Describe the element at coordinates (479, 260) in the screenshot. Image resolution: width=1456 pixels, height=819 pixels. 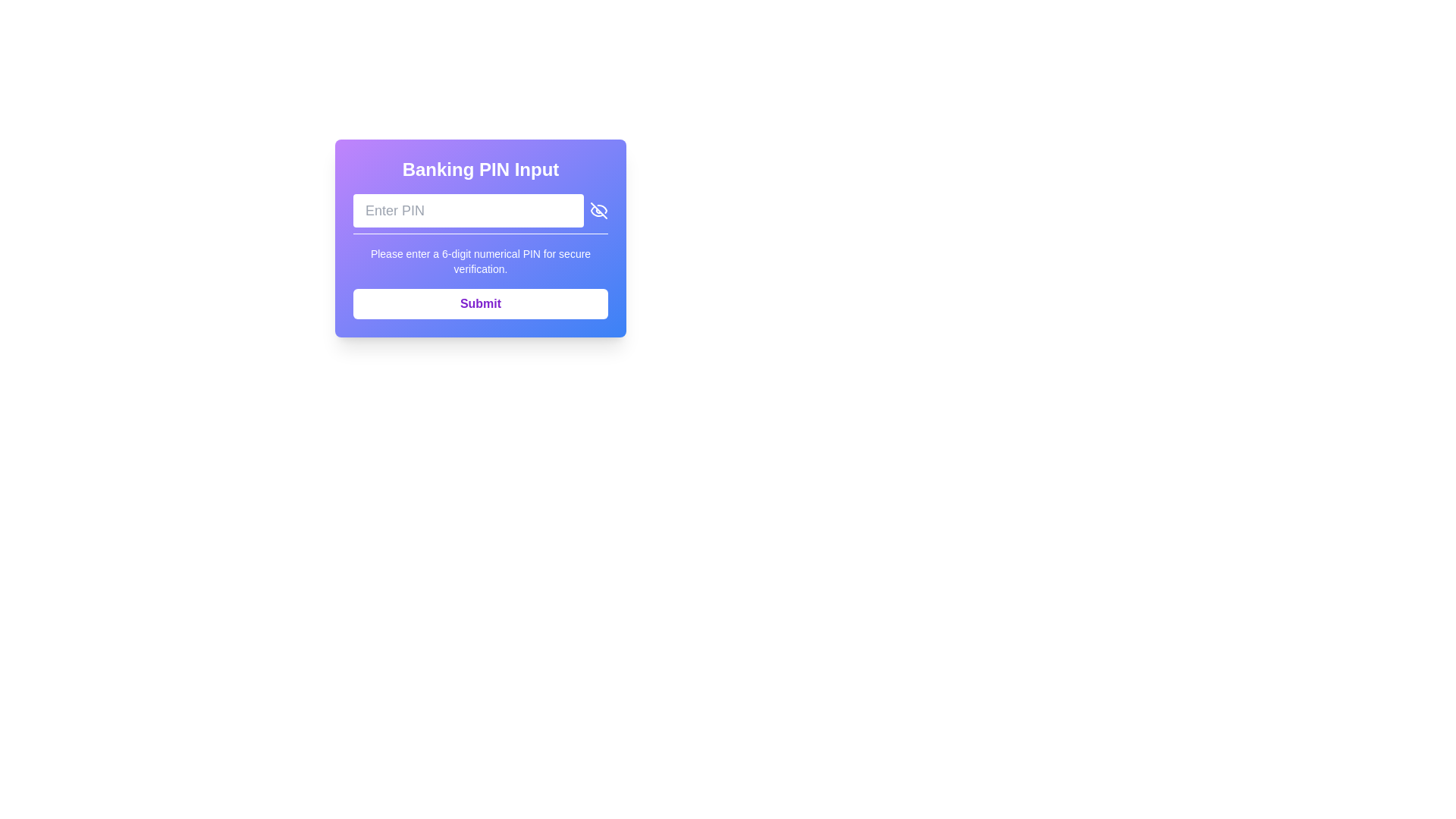
I see `the instructional text element that guides the user to enter a 6-digit numerical PIN for verification, which is centrally aligned and located beneath the PIN input field` at that location.